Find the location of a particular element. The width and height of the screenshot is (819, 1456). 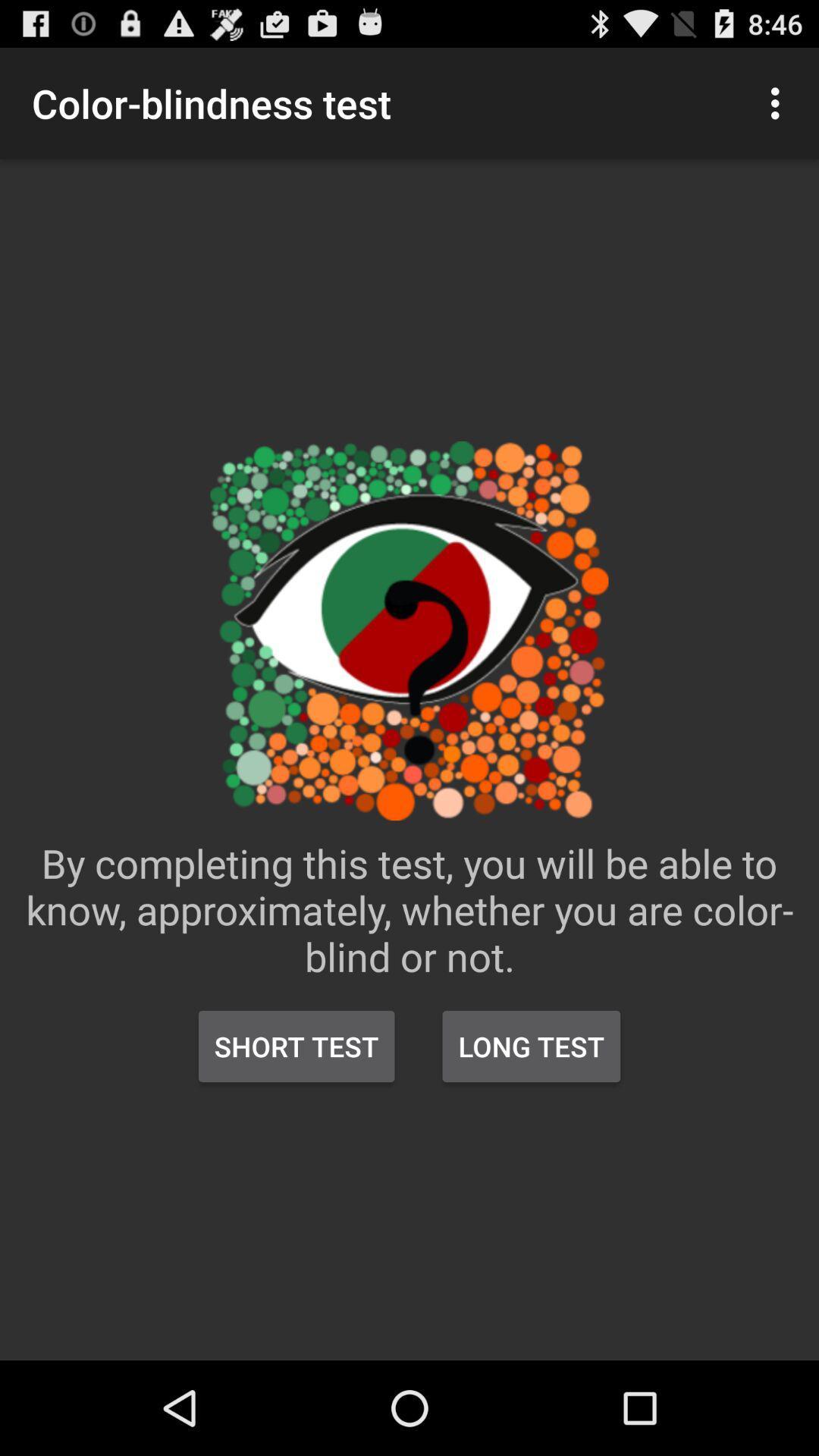

long test icon is located at coordinates (530, 1046).